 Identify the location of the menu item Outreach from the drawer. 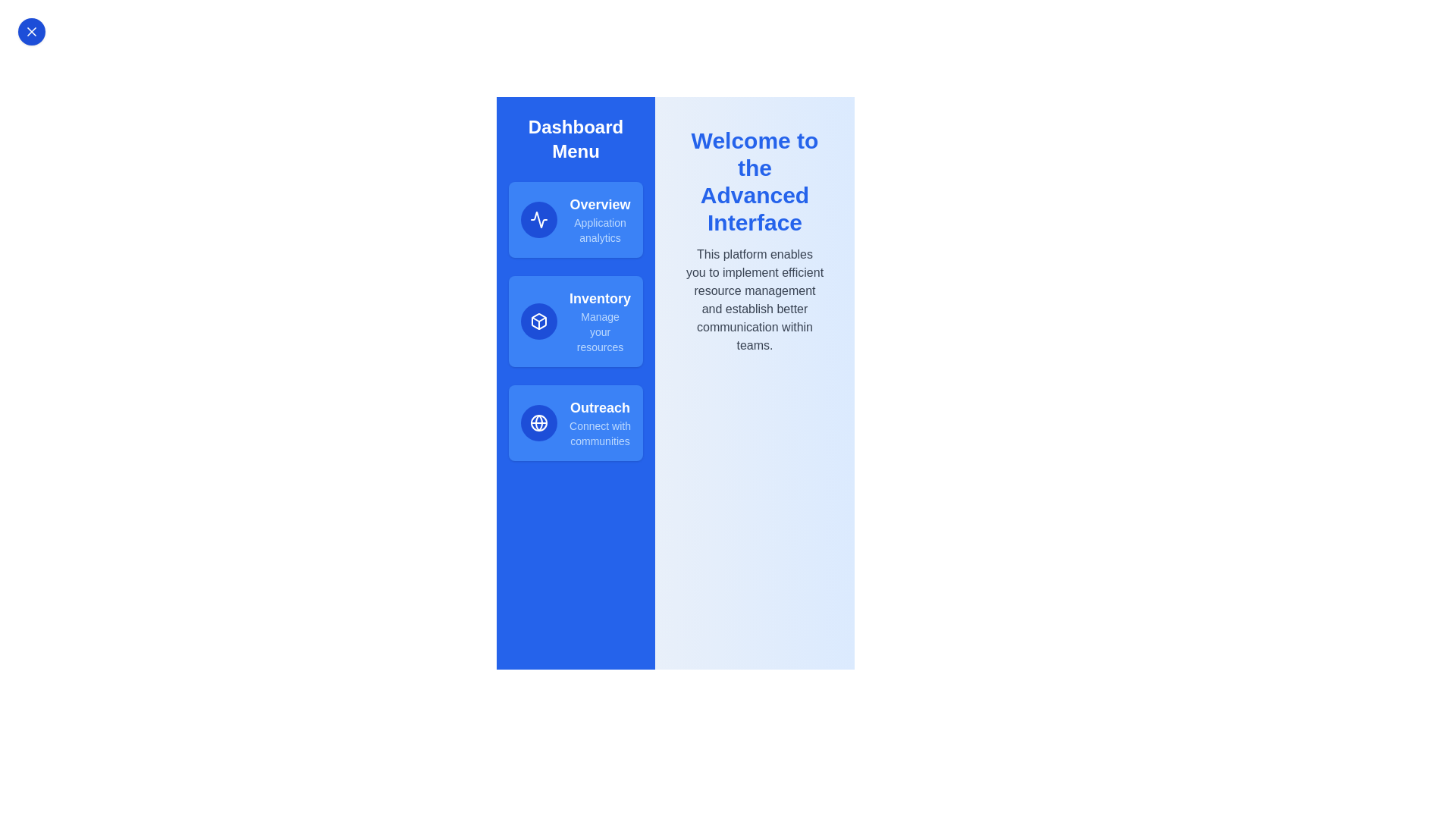
(575, 423).